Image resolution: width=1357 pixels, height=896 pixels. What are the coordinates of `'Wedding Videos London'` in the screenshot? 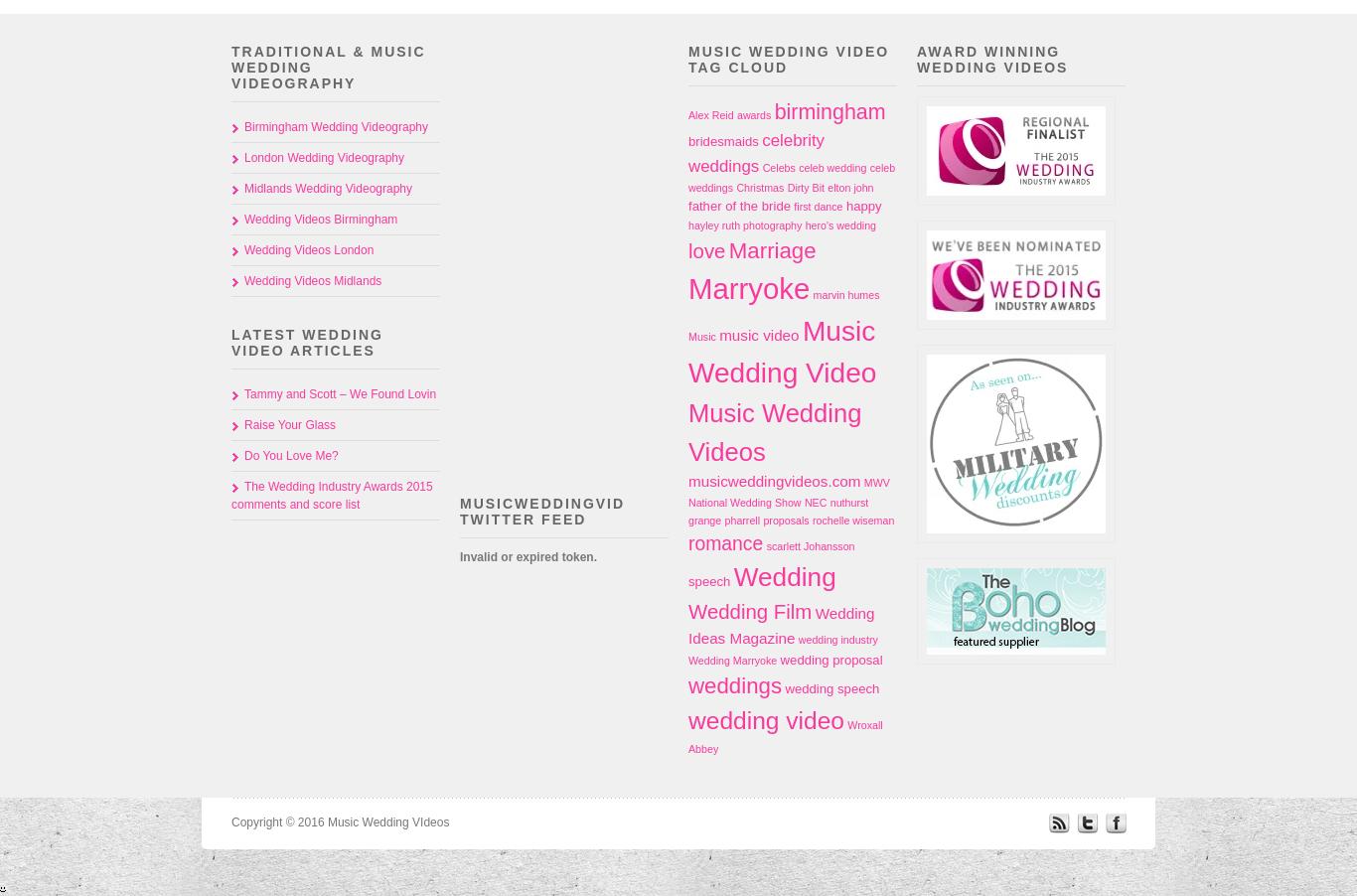 It's located at (309, 250).